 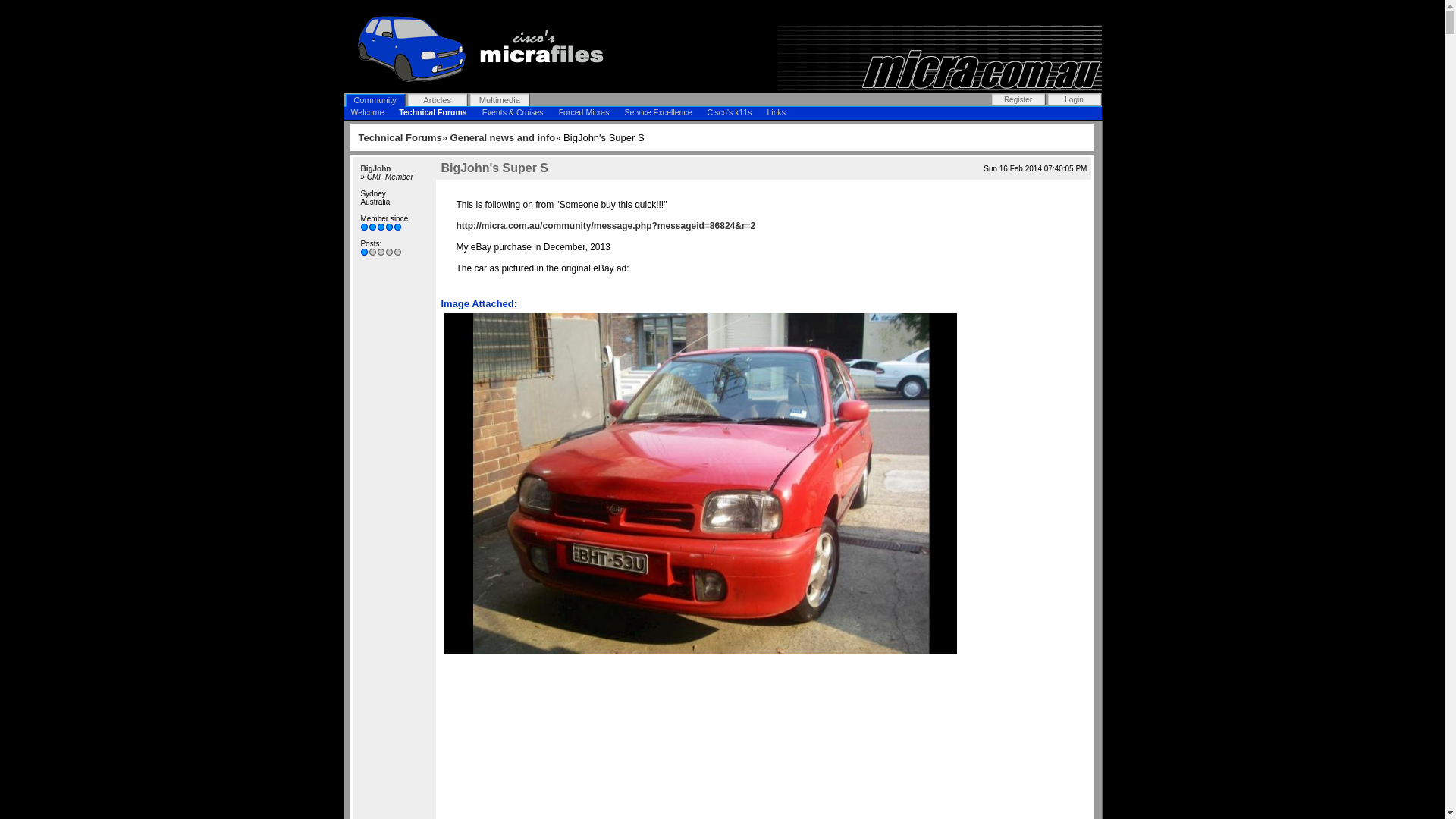 I want to click on 'General news and info', so click(x=450, y=137).